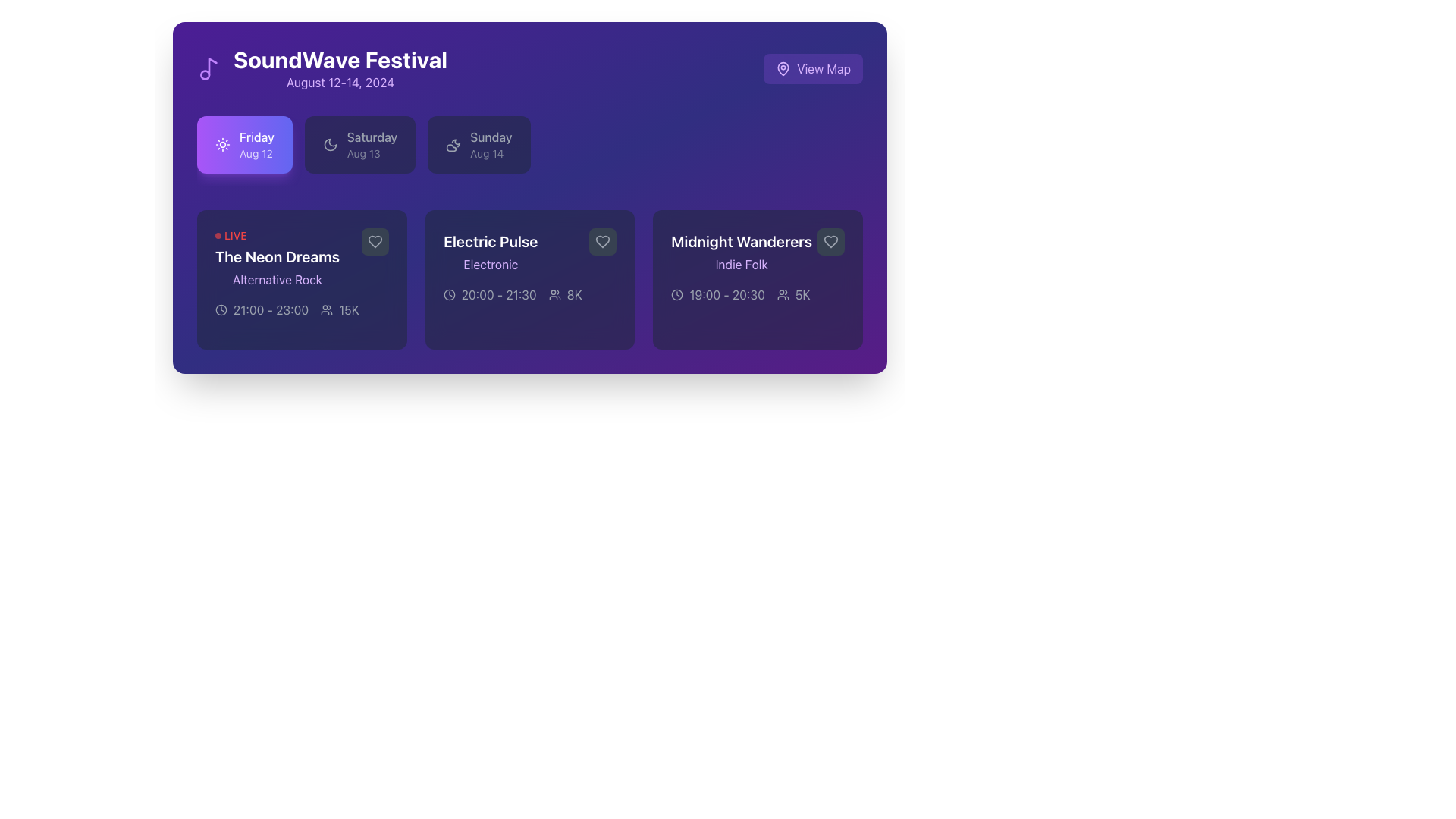 This screenshot has width=1456, height=819. I want to click on text content of the label element titled 'Midnight Wanderers' with the subtitle 'Indie Folk', located in the middle section of the card, so click(758, 250).